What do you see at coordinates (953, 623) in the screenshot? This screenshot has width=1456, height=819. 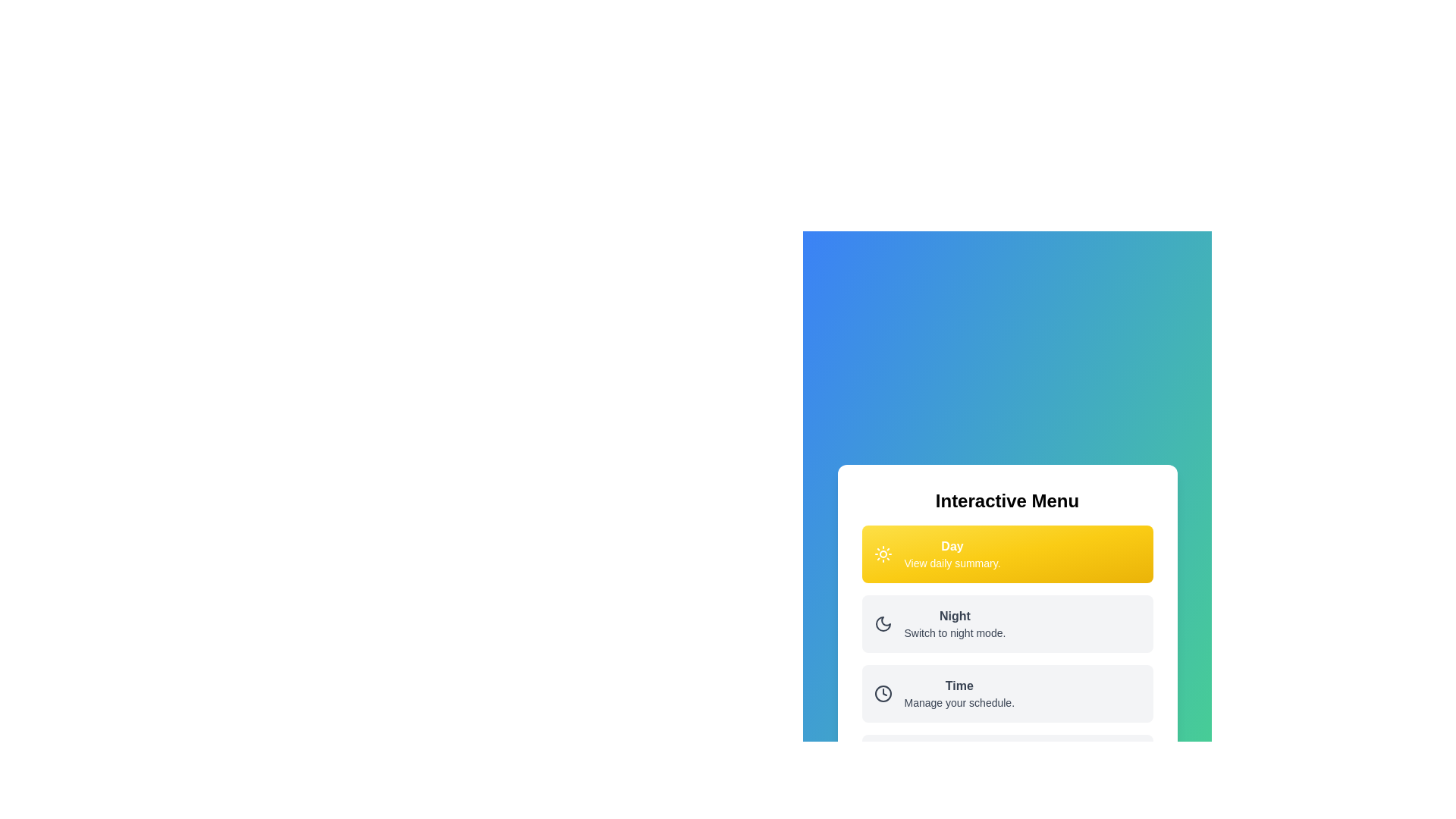 I see `the text of the menu option Night` at bounding box center [953, 623].